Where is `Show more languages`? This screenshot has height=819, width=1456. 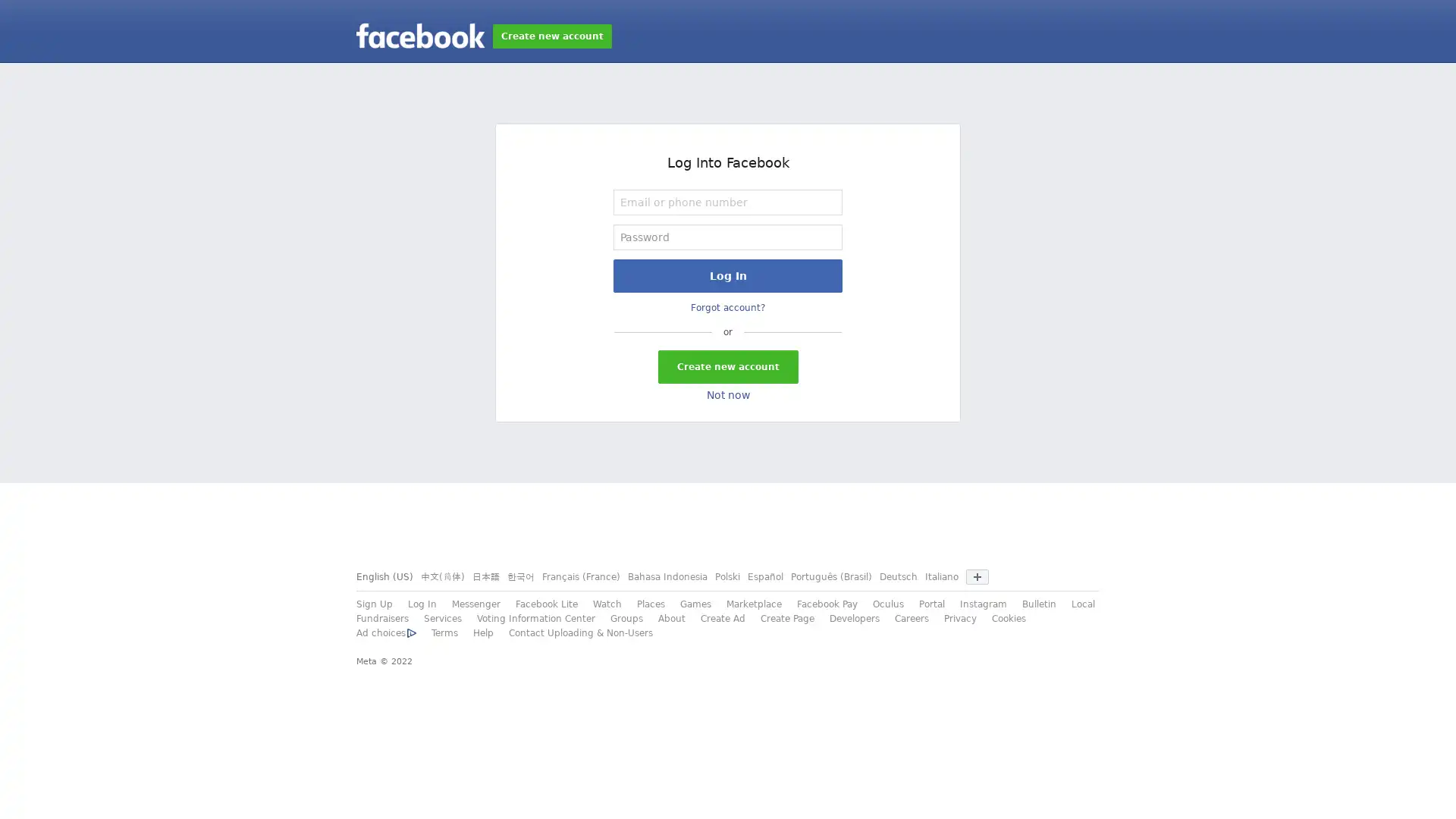
Show more languages is located at coordinates (977, 576).